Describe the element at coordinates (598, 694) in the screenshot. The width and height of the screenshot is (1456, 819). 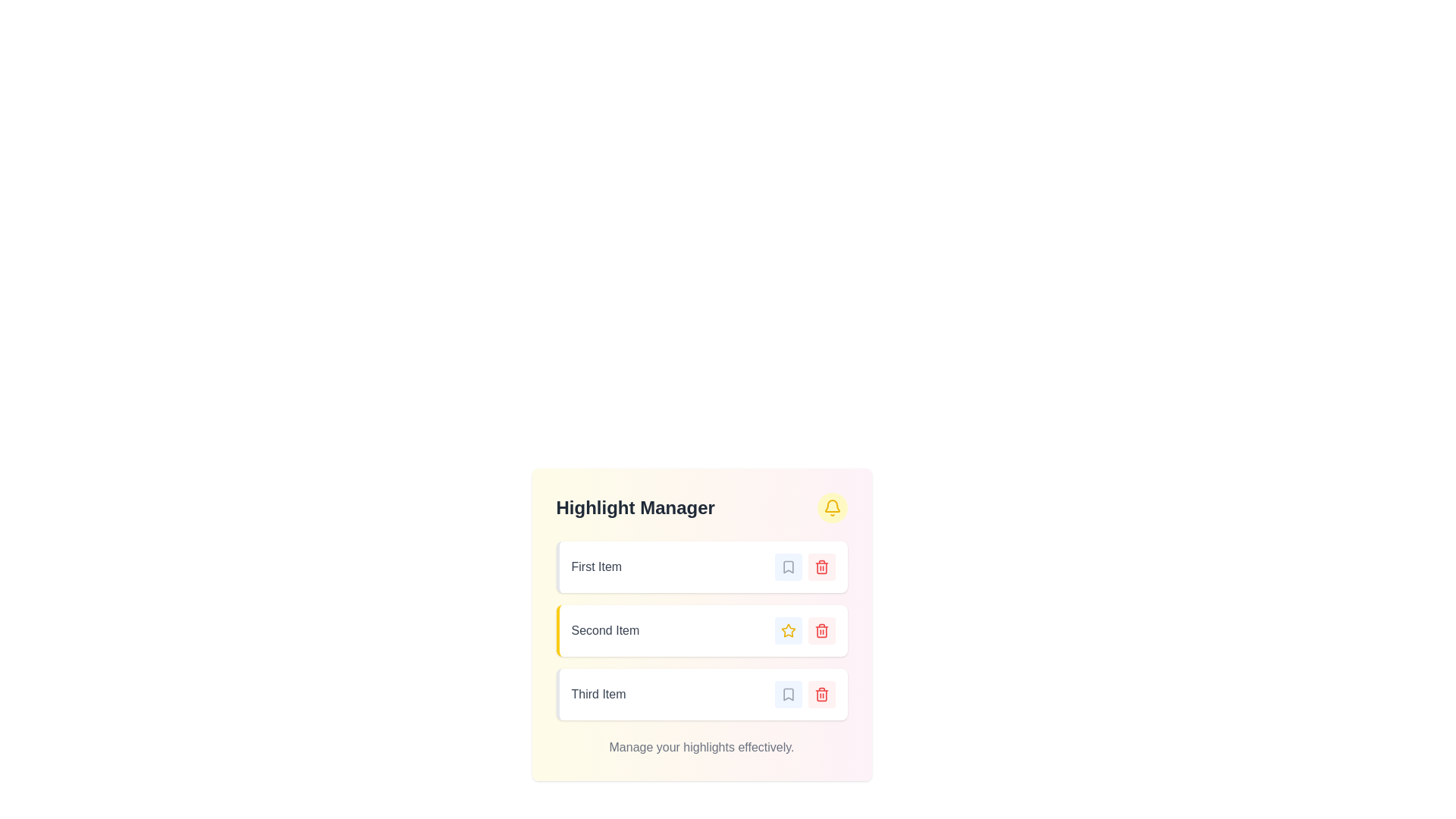
I see `the text label displaying 'Third Item', which is styled with gray color and medium font weight, located in the third interactive card of the list-like interface` at that location.